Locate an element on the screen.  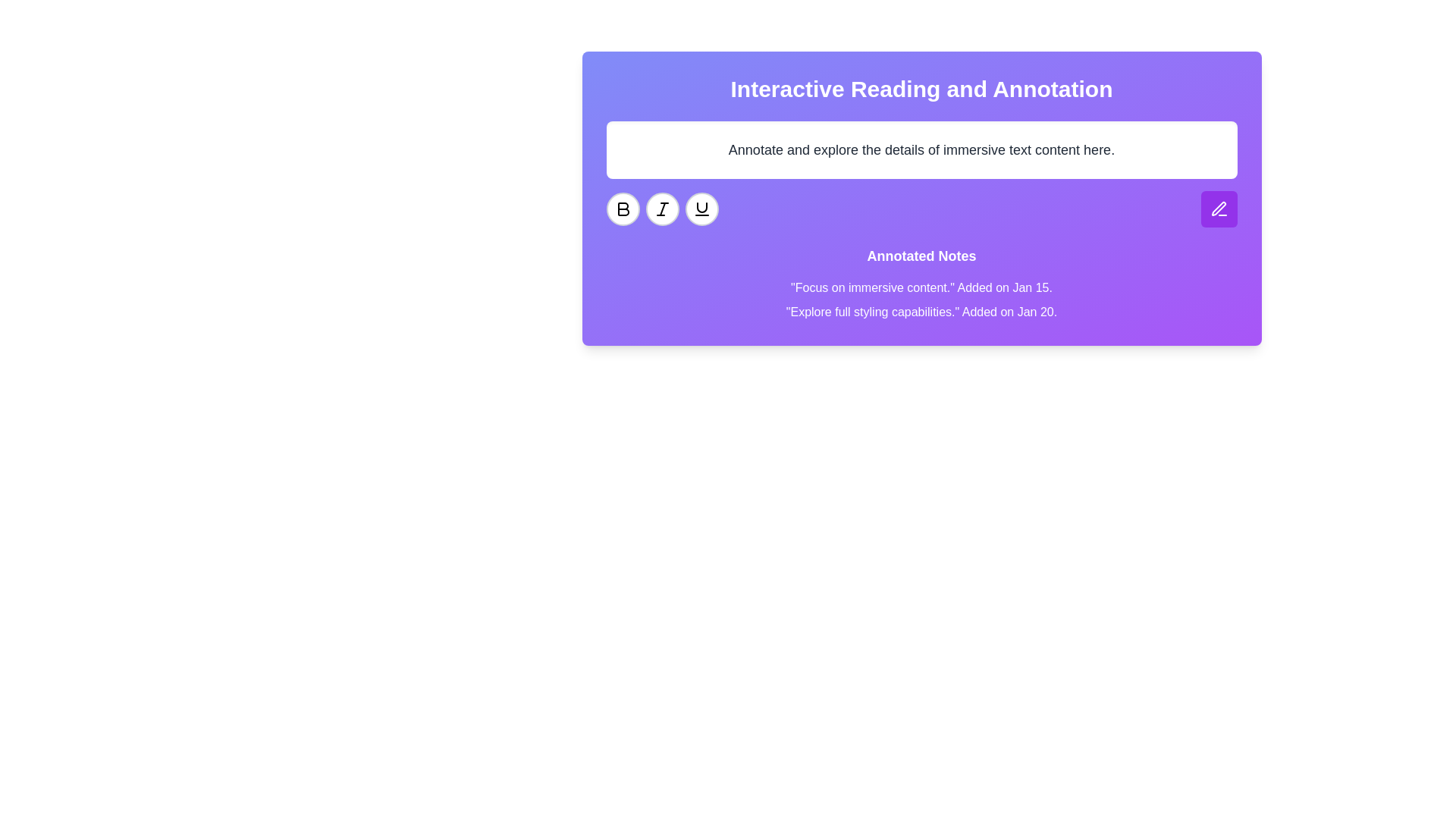
the bold icon button, which is the first formatting option on the left of the text input area is located at coordinates (623, 209).